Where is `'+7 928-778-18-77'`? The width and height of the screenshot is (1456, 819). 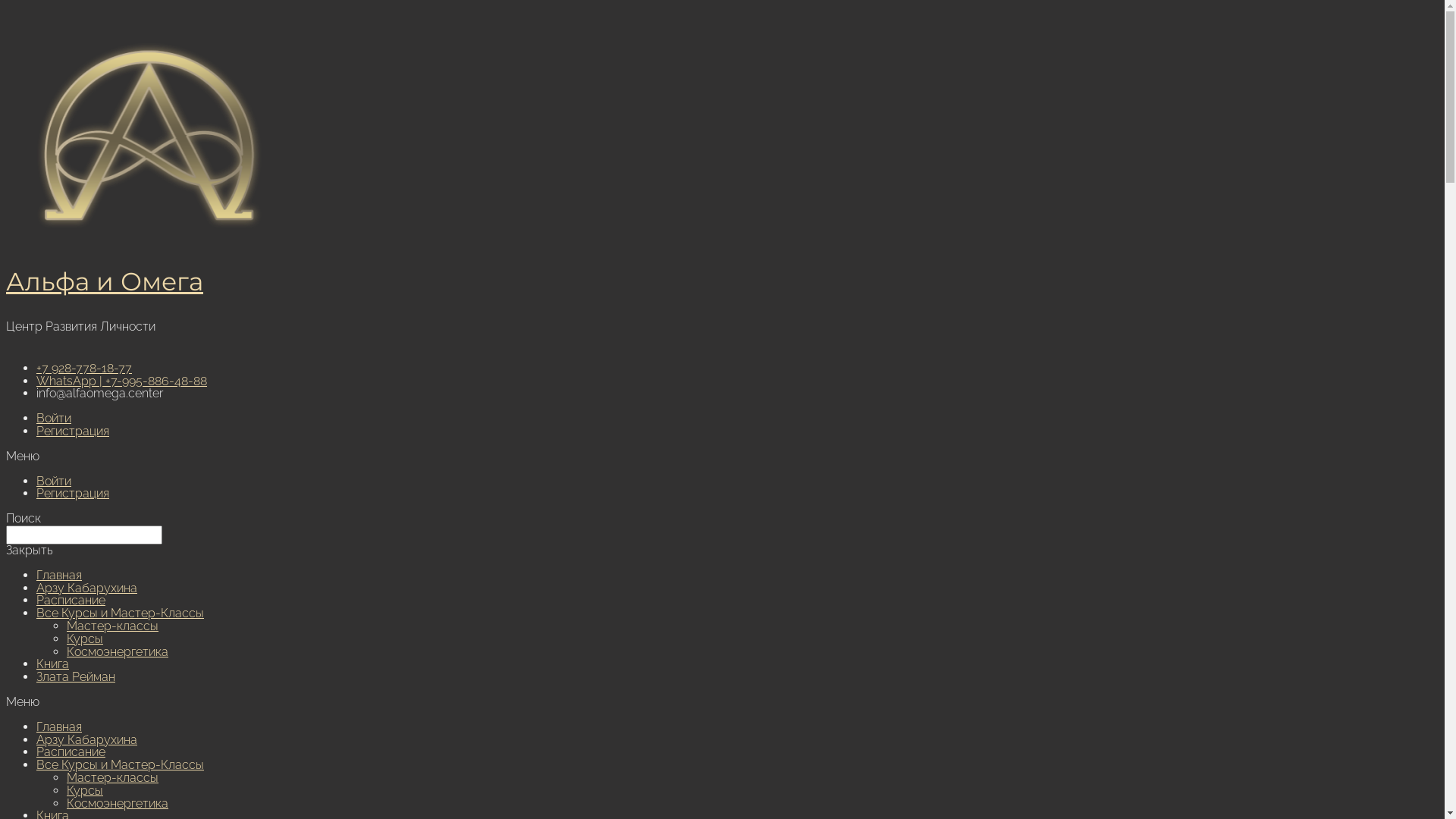
'+7 928-778-18-77' is located at coordinates (83, 368).